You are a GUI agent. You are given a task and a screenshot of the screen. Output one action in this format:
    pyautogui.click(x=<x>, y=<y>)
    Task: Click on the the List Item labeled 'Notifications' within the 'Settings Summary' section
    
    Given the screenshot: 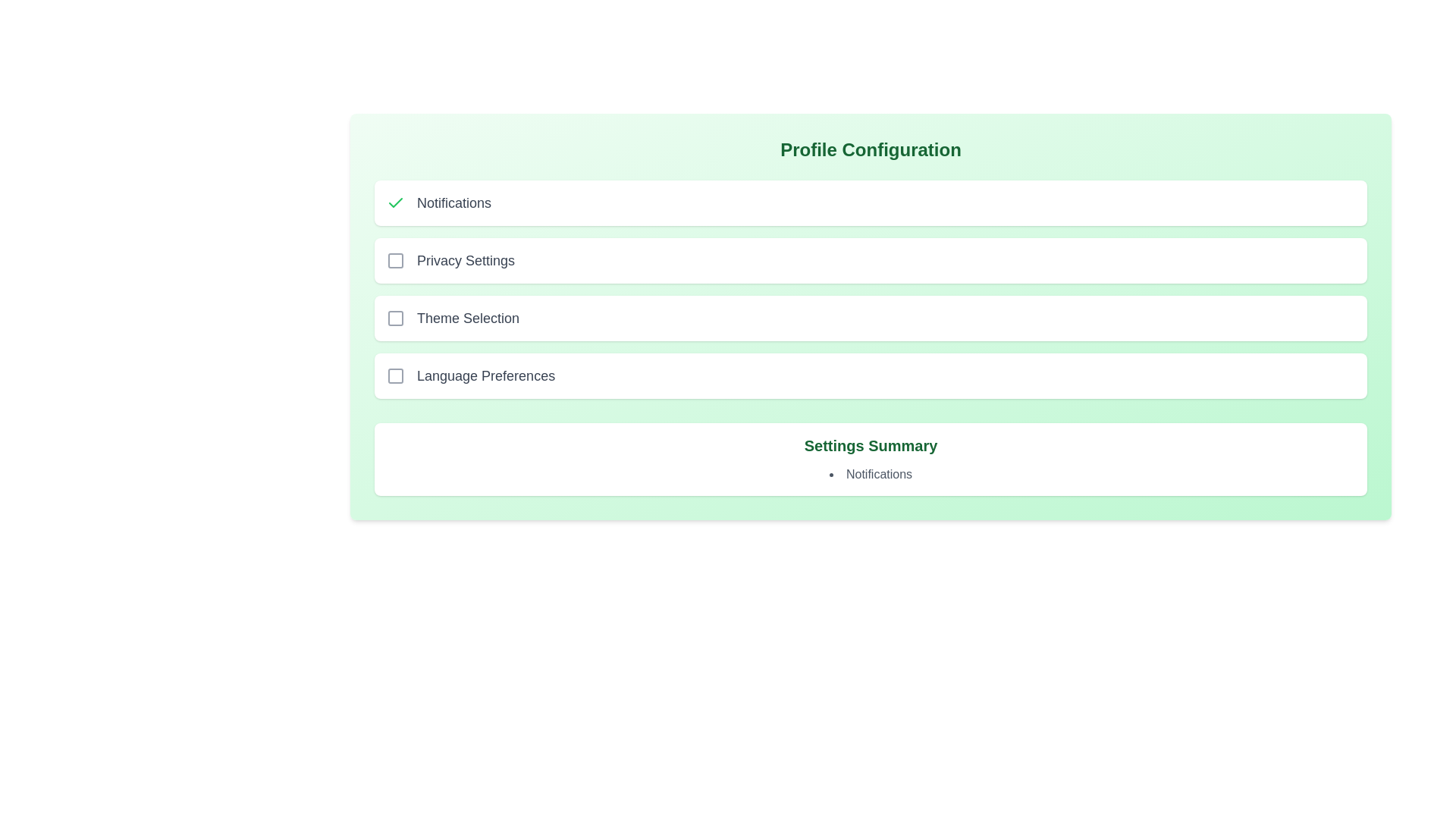 What is the action you would take?
    pyautogui.click(x=871, y=473)
    